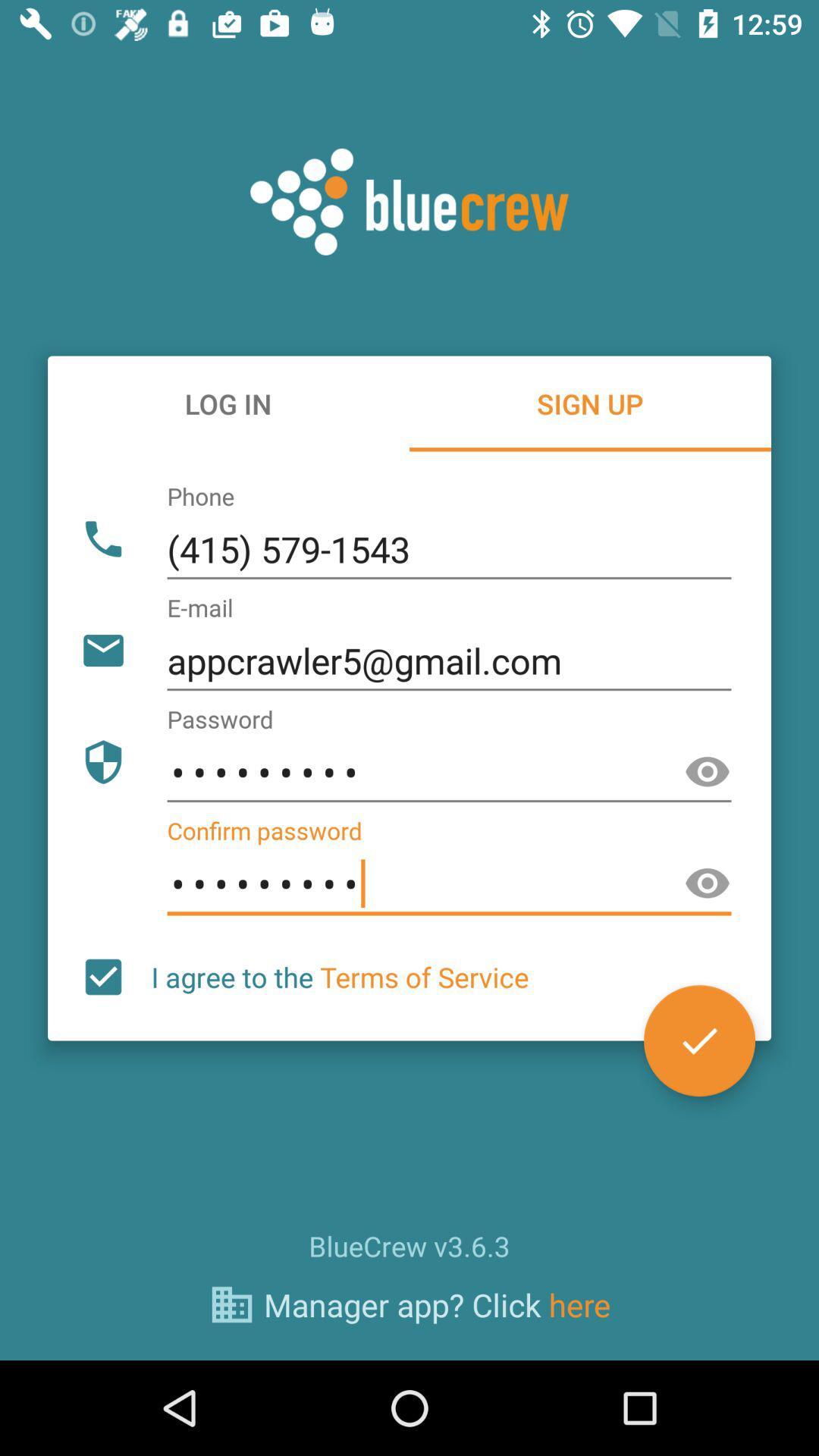 The width and height of the screenshot is (819, 1456). I want to click on the check icon, so click(699, 1040).